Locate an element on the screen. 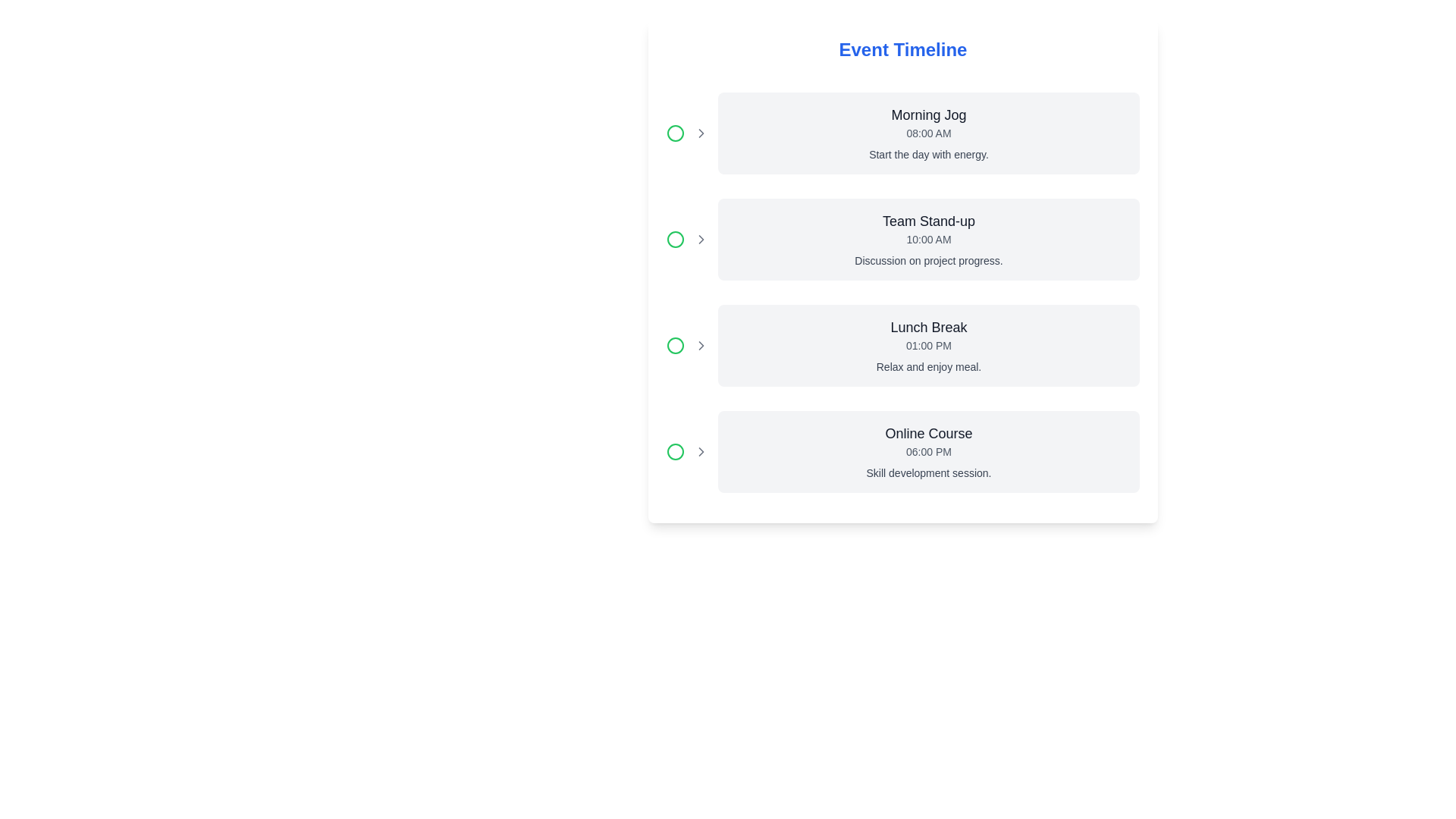 The height and width of the screenshot is (819, 1456). the SVG circle element that visually represents the status of an event in the timeline, located to the left of the 'Lunch Break' entry and positioned third among similar components is located at coordinates (675, 345).